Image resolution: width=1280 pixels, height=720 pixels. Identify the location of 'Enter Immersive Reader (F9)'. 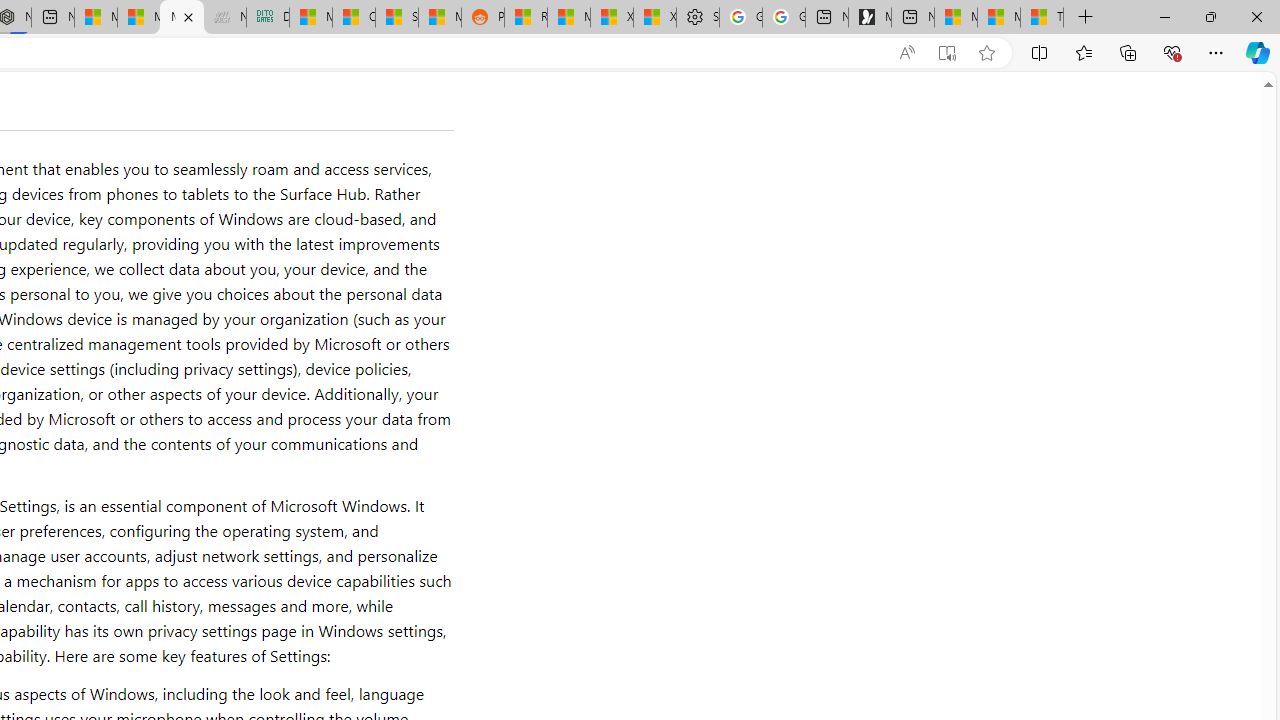
(945, 52).